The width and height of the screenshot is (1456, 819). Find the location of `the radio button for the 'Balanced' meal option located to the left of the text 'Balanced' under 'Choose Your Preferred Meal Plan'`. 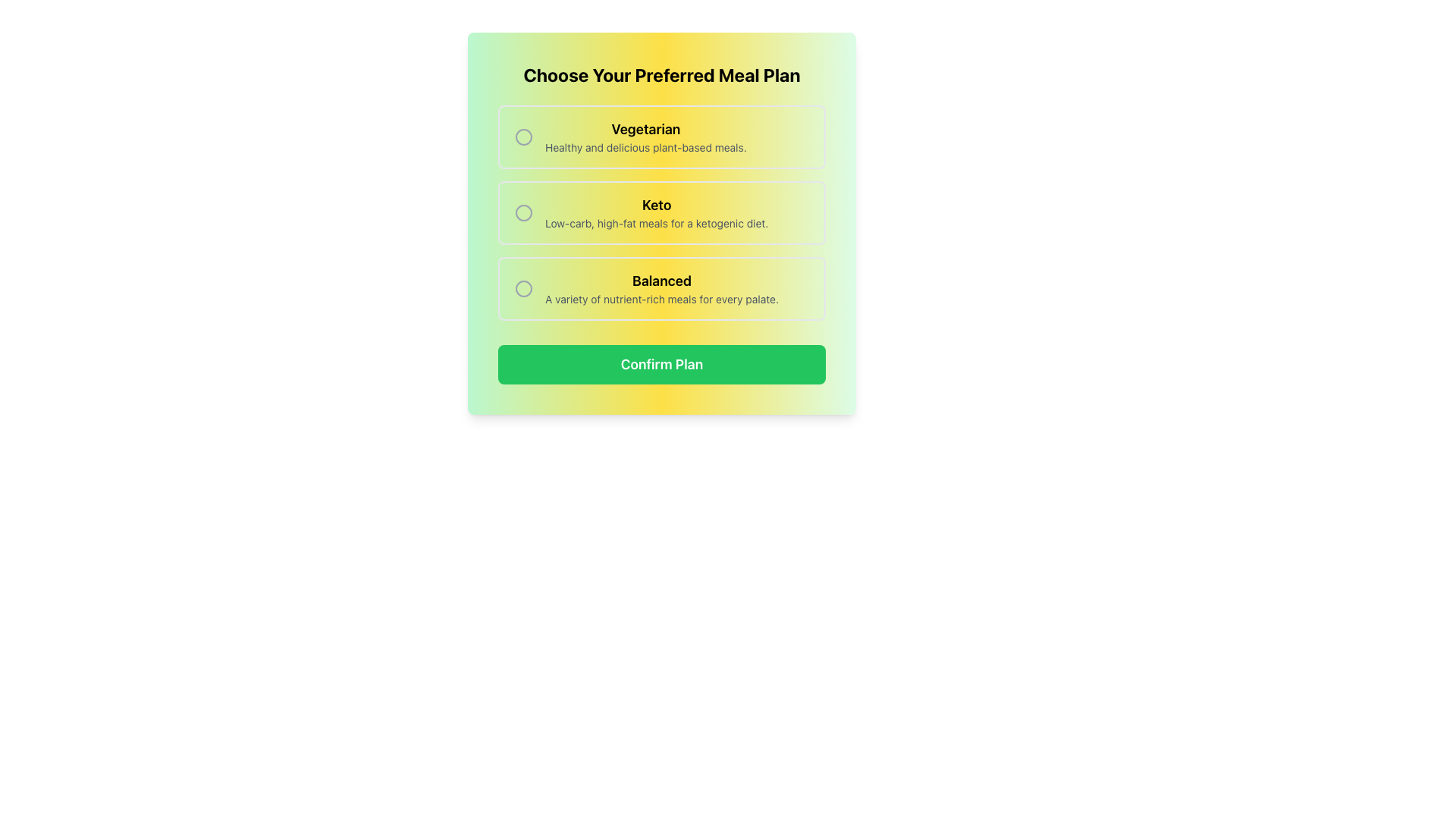

the radio button for the 'Balanced' meal option located to the left of the text 'Balanced' under 'Choose Your Preferred Meal Plan' is located at coordinates (524, 289).